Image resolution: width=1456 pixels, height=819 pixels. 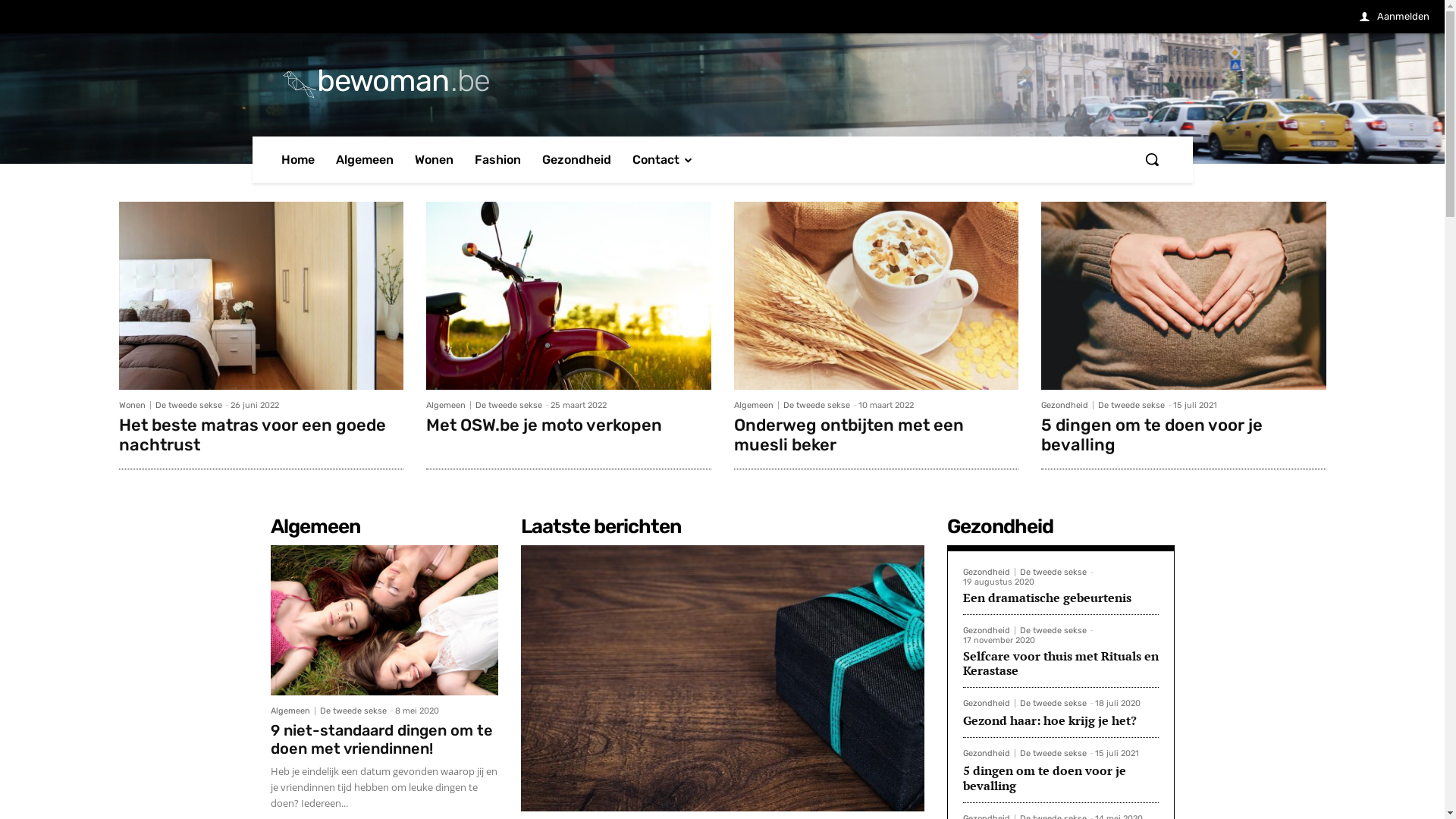 What do you see at coordinates (544, 425) in the screenshot?
I see `'Met OSW.be je moto verkopen'` at bounding box center [544, 425].